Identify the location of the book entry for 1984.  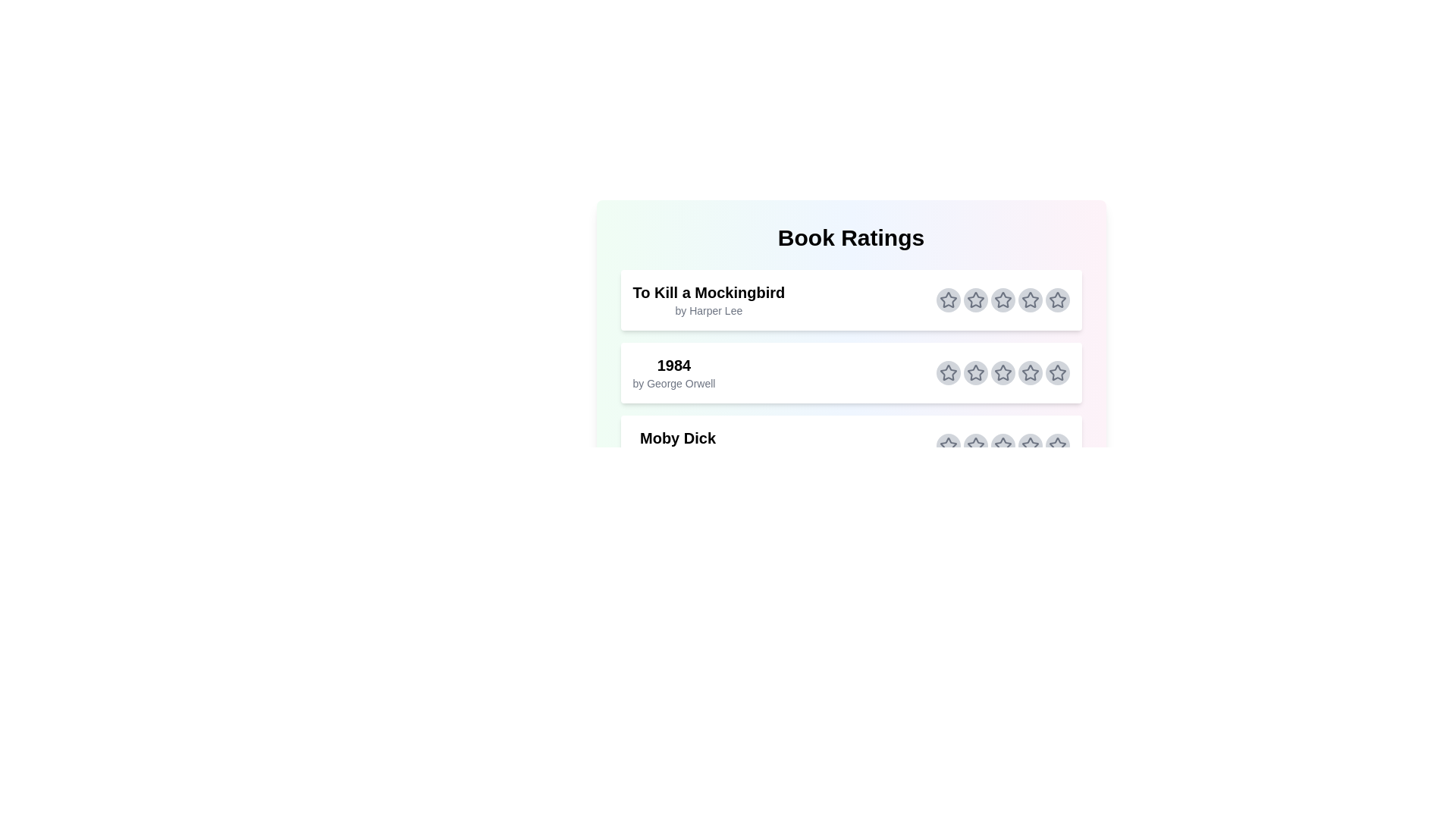
(851, 373).